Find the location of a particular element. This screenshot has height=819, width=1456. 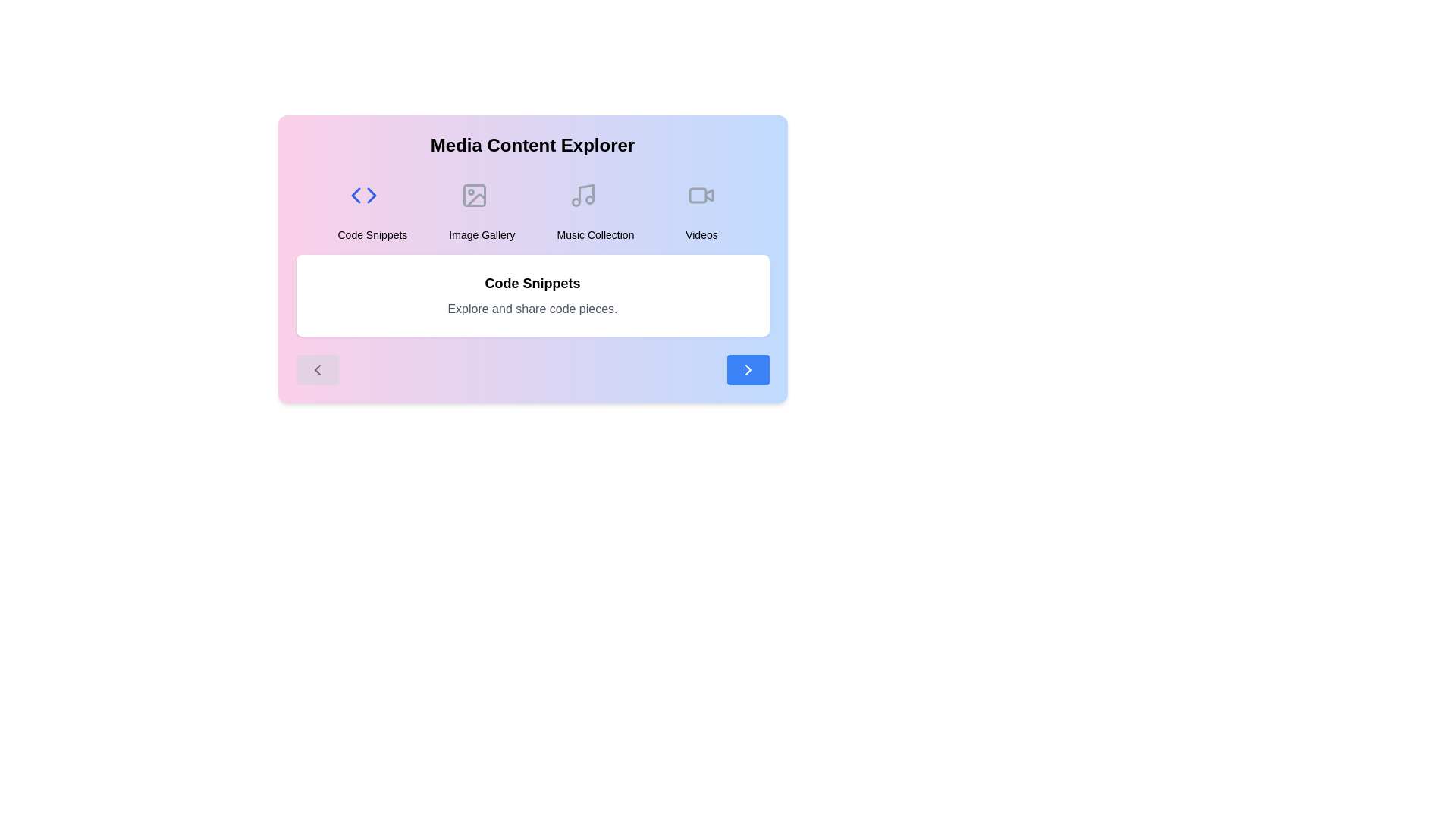

the content category Music Collection by clicking on its respective button is located at coordinates (595, 206).